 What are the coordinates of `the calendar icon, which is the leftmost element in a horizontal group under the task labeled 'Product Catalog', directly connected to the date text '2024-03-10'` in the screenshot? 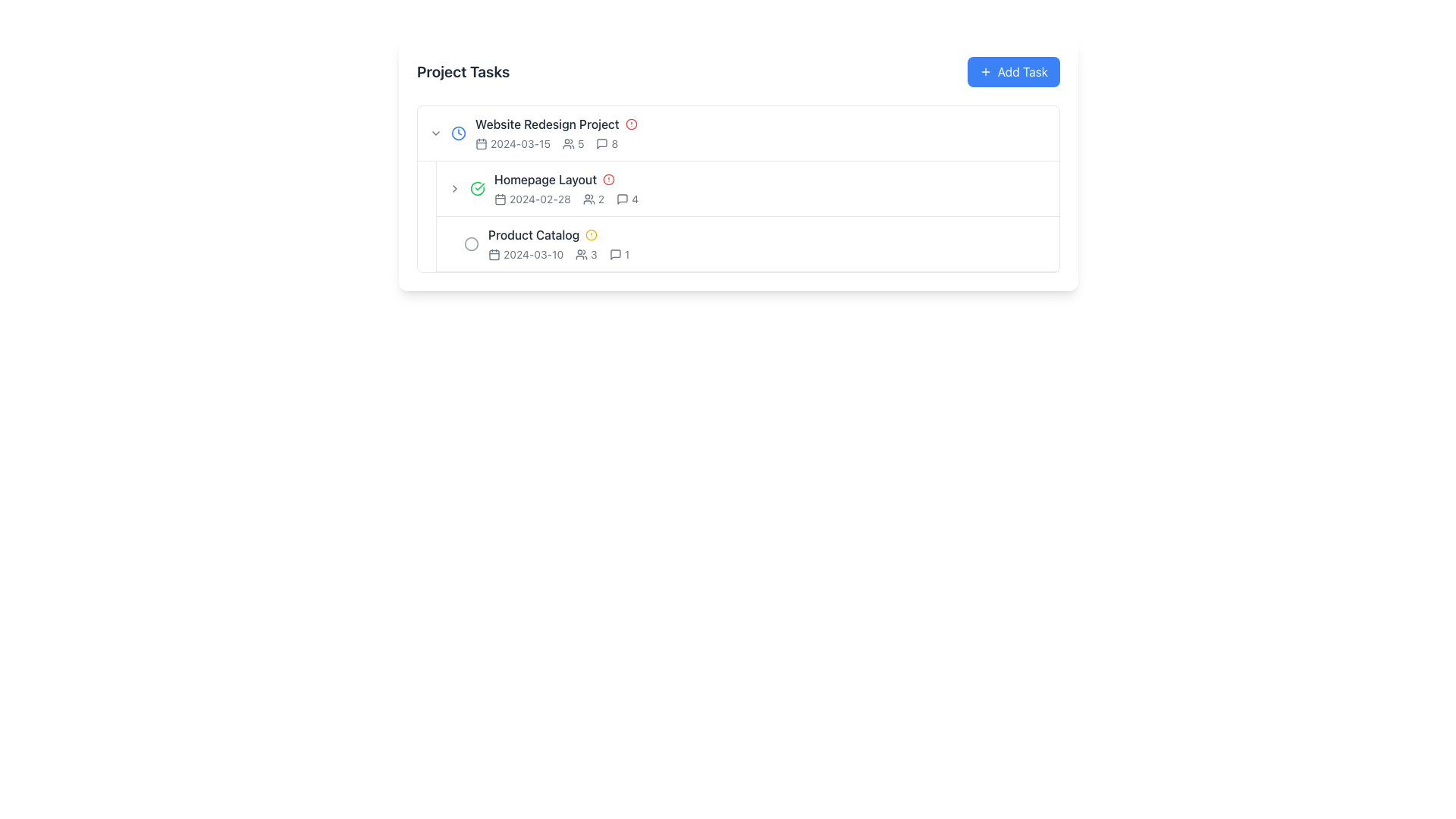 It's located at (494, 253).